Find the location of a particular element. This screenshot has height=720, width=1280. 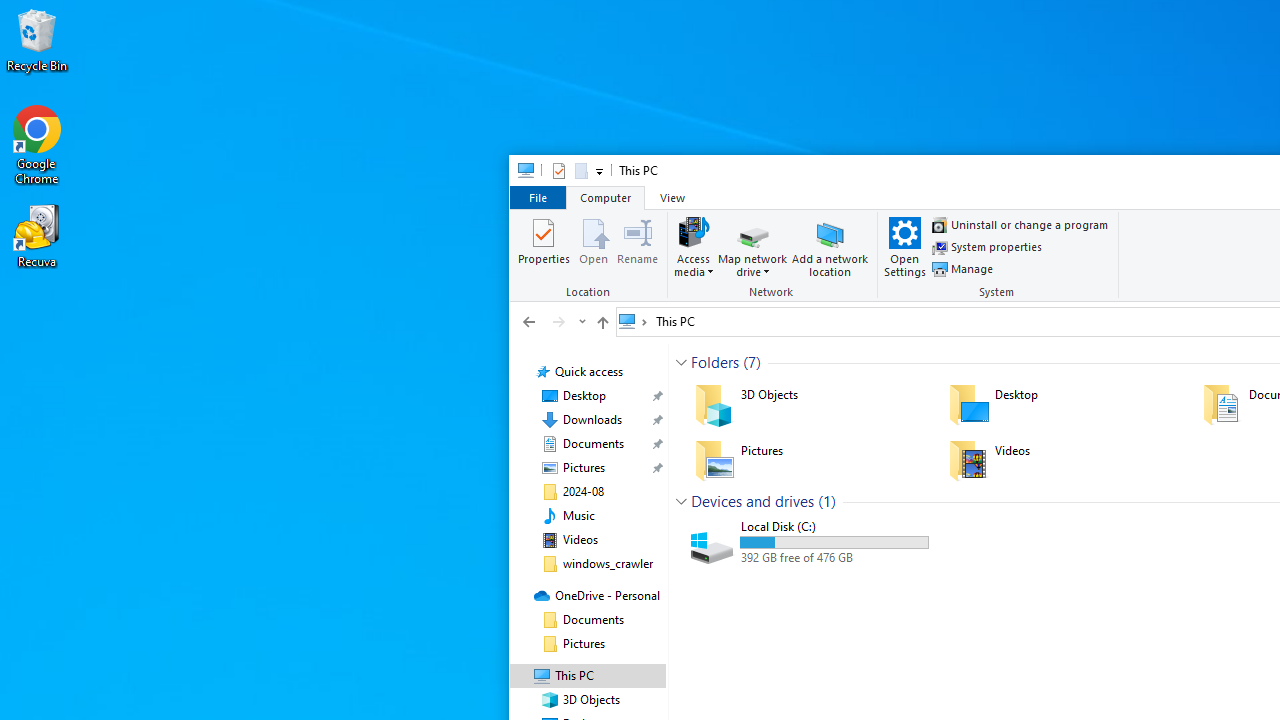

'Recent locations' is located at coordinates (580, 320).